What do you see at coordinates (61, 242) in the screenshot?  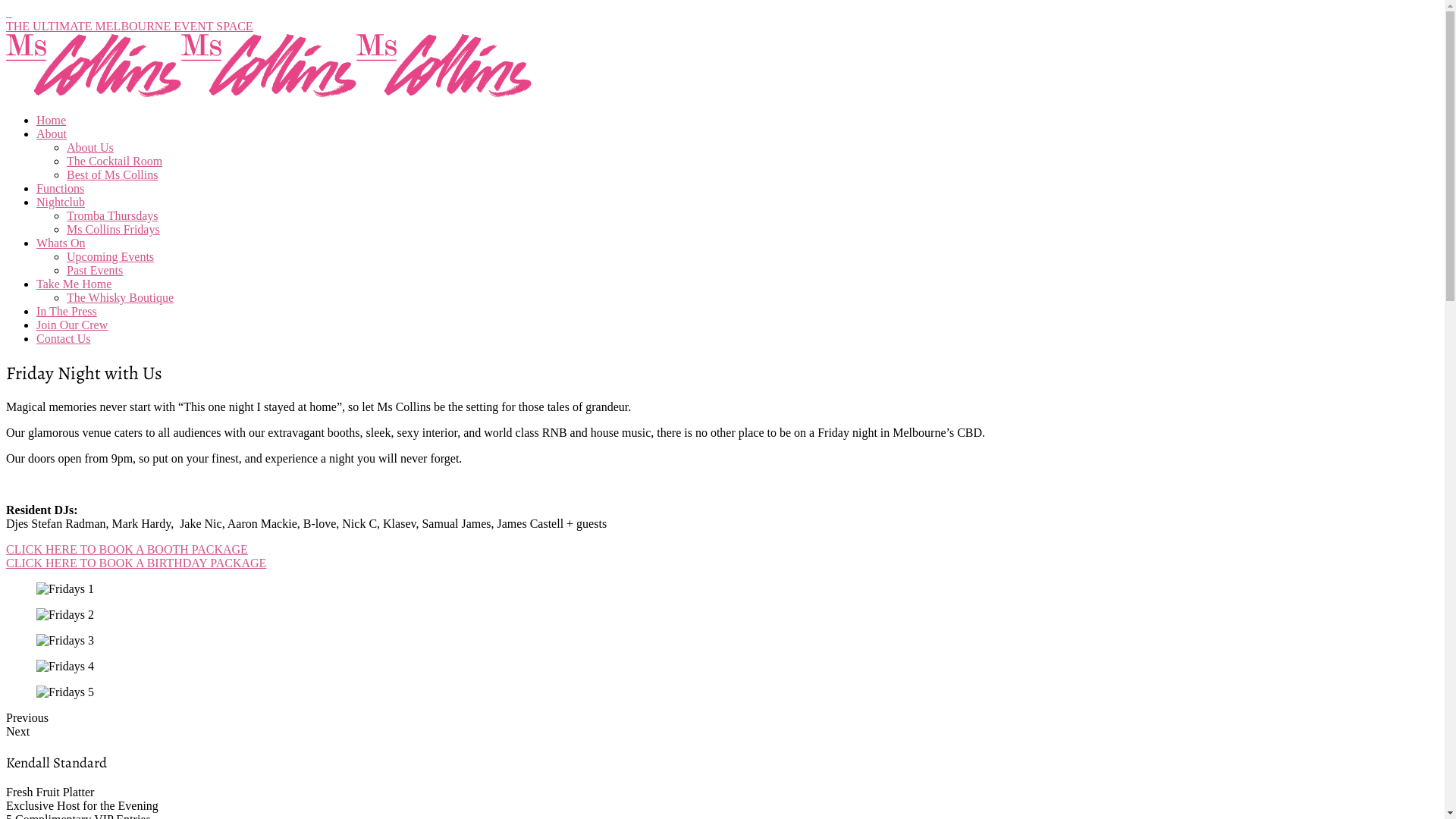 I see `'Whats On'` at bounding box center [61, 242].